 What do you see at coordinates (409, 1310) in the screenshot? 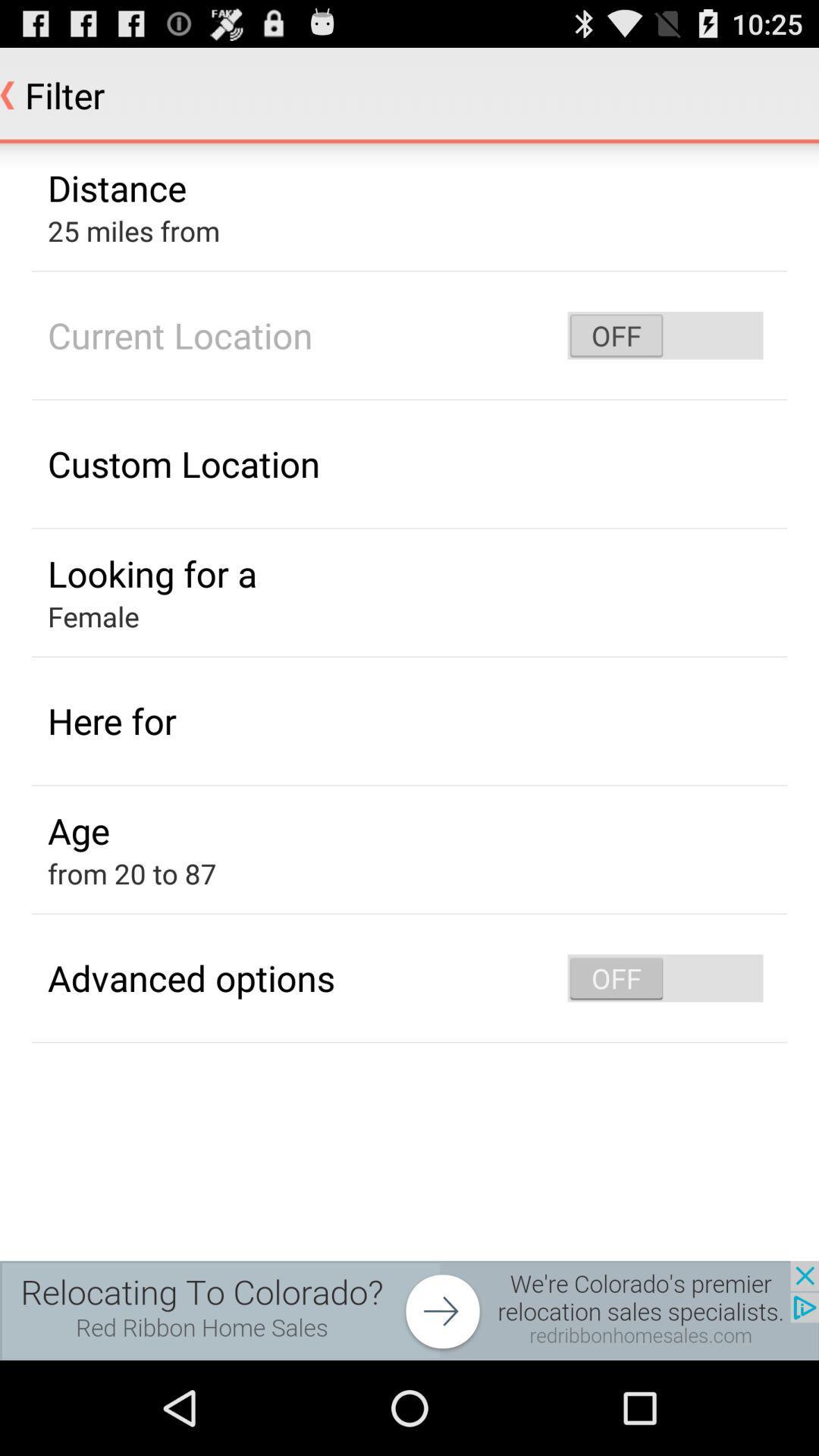
I see `search` at bounding box center [409, 1310].